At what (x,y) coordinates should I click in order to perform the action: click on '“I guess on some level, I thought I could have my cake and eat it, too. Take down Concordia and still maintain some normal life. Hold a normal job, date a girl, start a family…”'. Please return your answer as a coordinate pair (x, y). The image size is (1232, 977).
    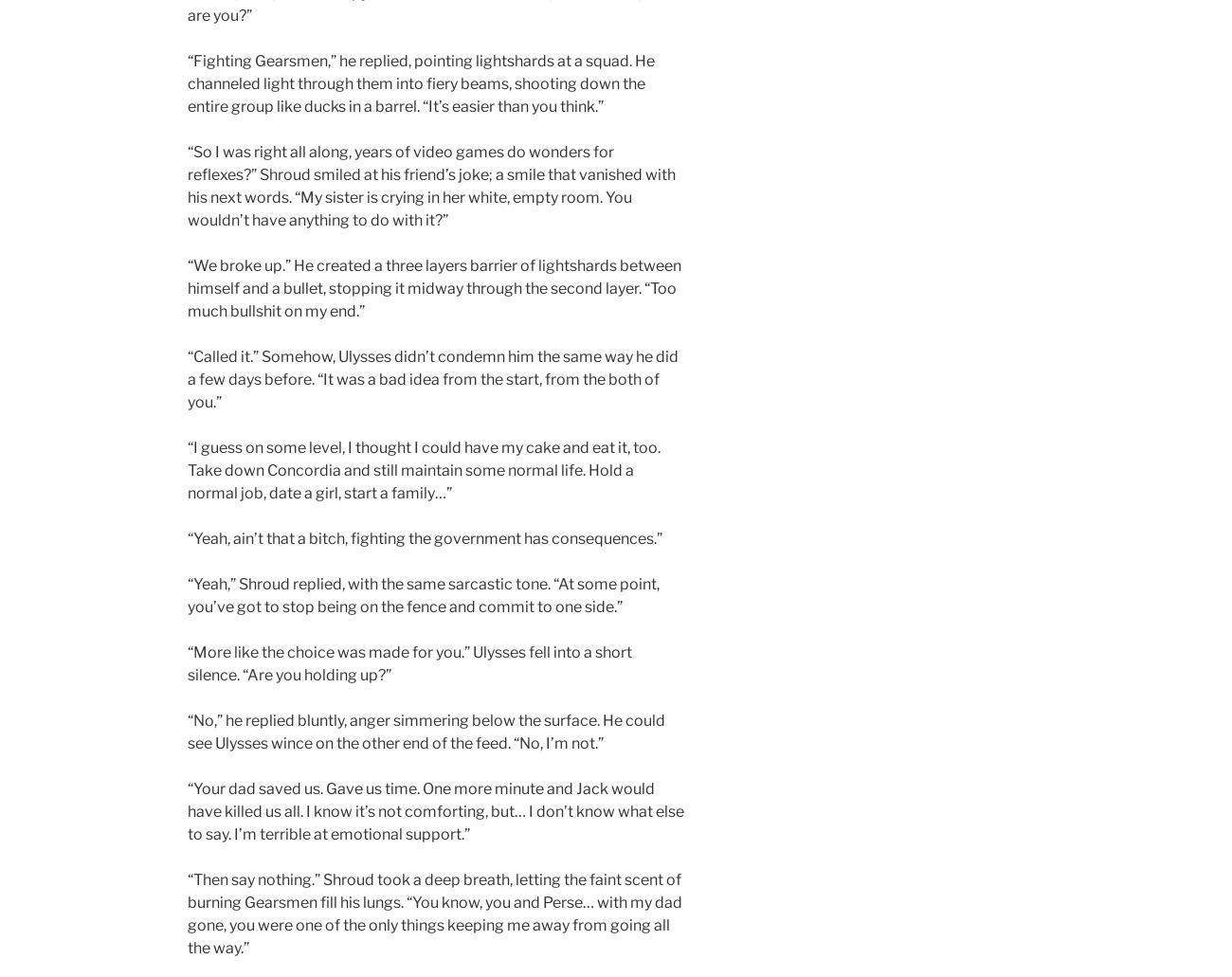
    Looking at the image, I should click on (423, 470).